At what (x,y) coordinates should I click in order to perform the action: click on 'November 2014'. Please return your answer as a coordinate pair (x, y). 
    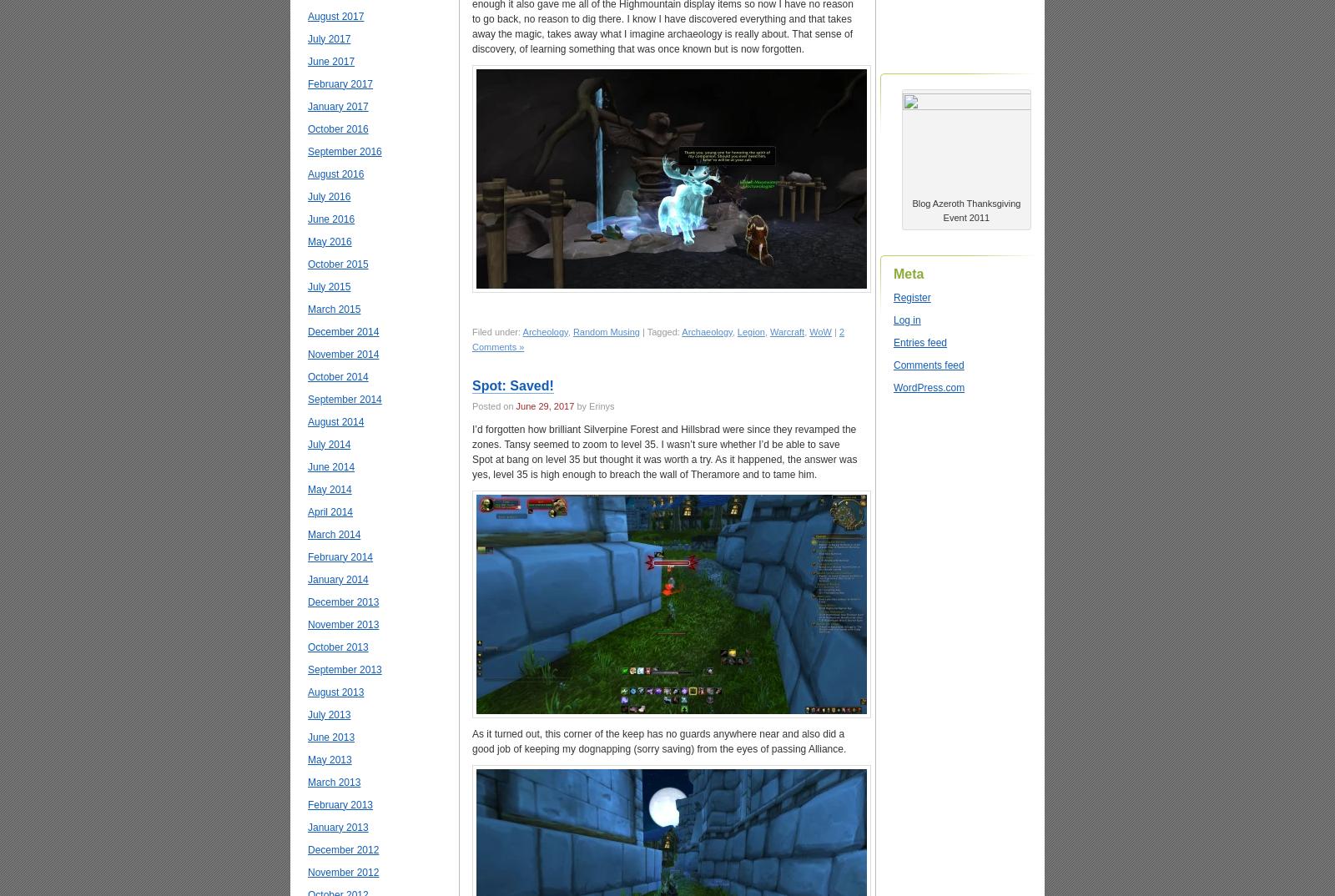
    Looking at the image, I should click on (342, 354).